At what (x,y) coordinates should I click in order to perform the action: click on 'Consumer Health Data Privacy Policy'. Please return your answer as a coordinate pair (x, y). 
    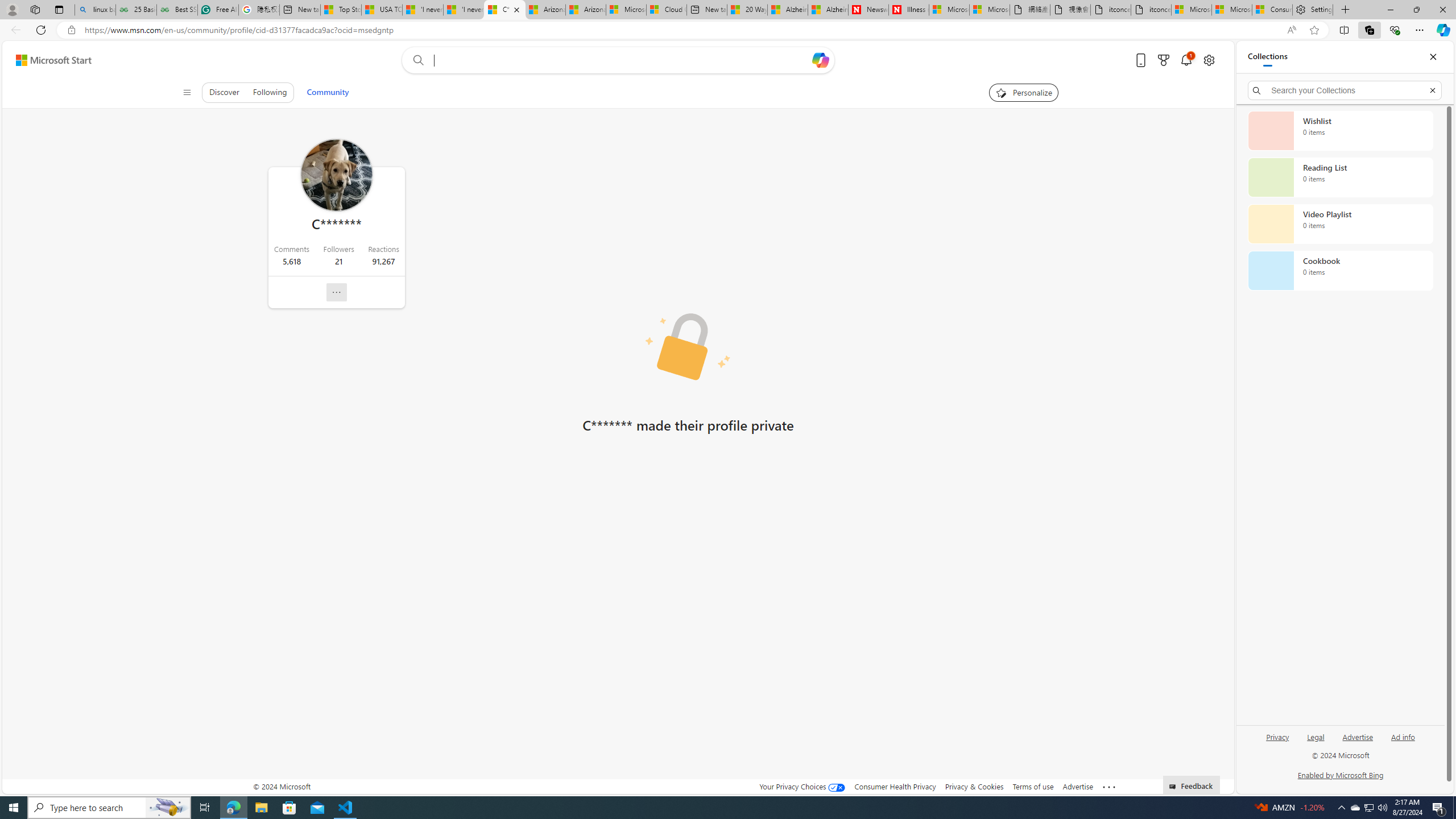
    Looking at the image, I should click on (1272, 9).